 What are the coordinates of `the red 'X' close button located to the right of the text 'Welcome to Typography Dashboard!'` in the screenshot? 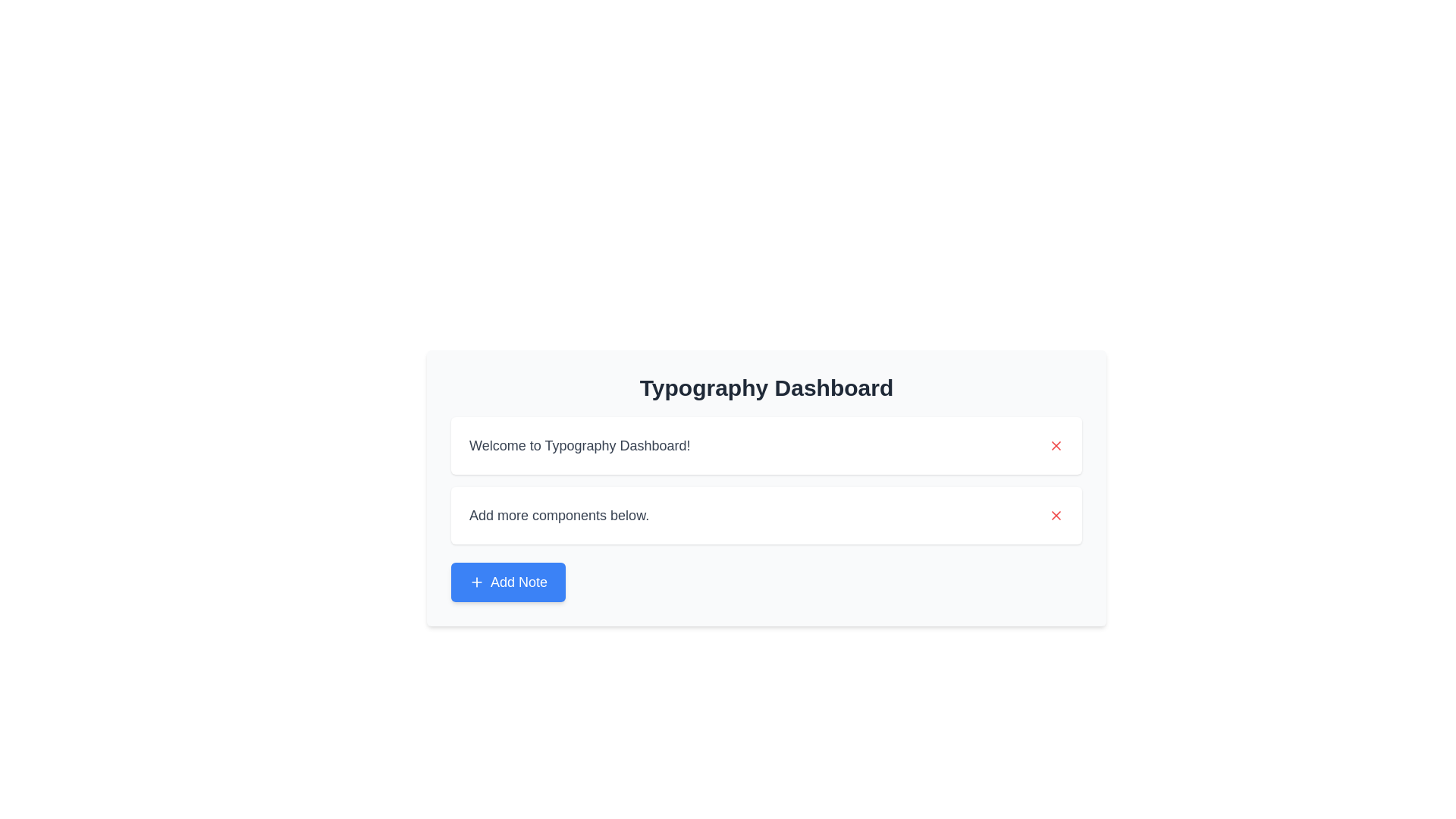 It's located at (1055, 444).